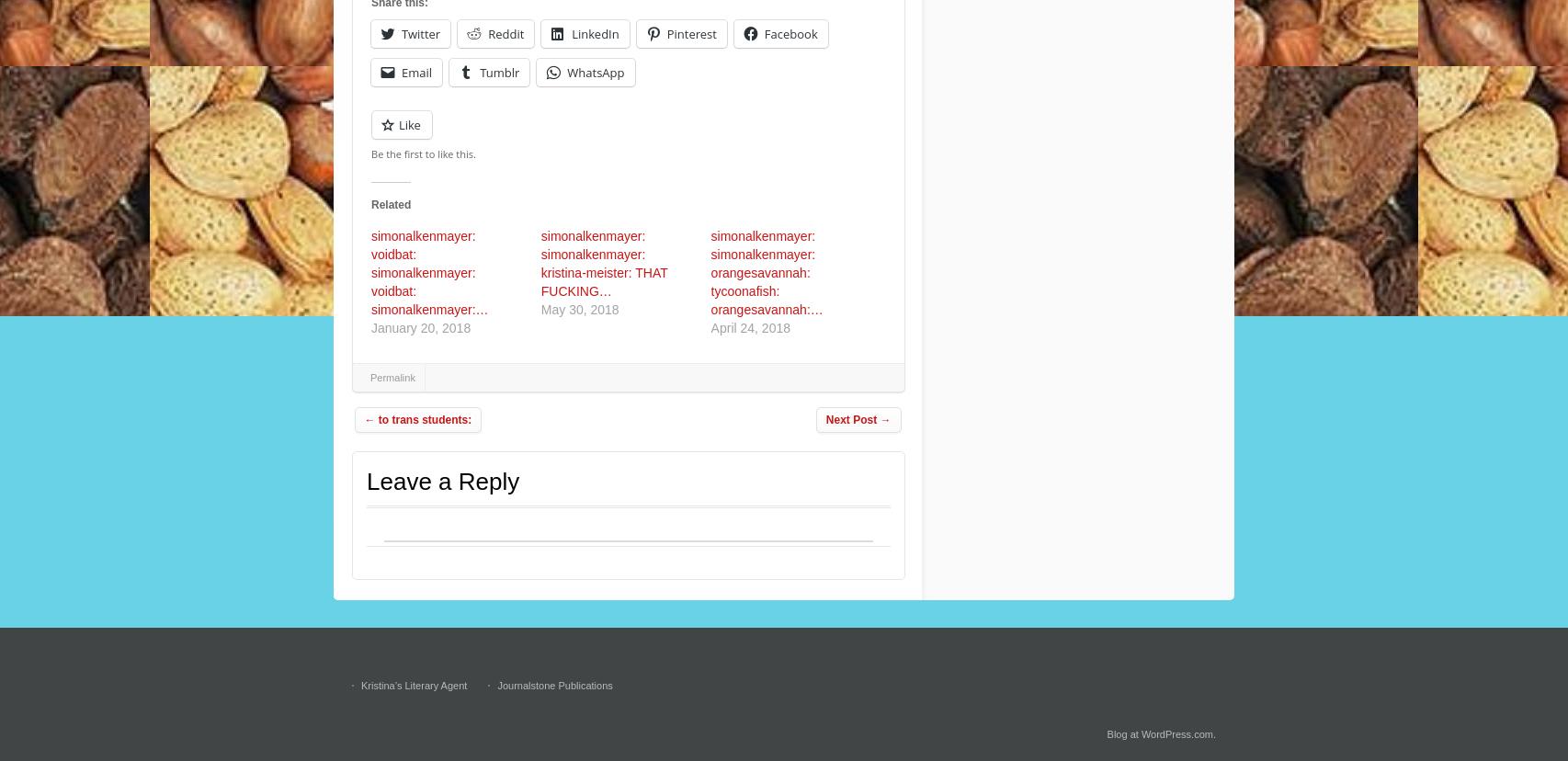  What do you see at coordinates (1161, 733) in the screenshot?
I see `'Blog at WordPress.com.'` at bounding box center [1161, 733].